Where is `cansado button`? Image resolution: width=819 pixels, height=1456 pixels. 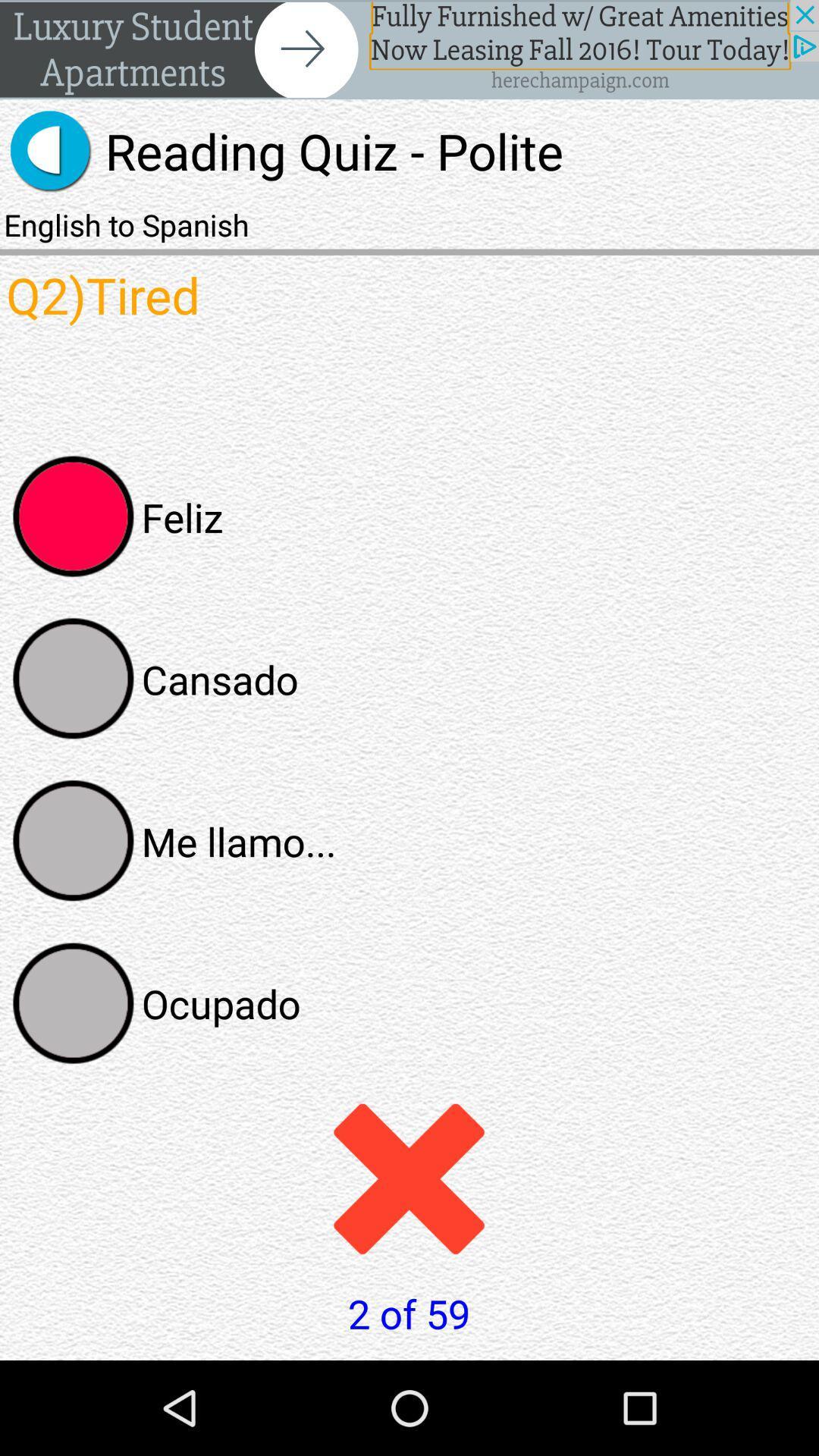
cansado button is located at coordinates (74, 678).